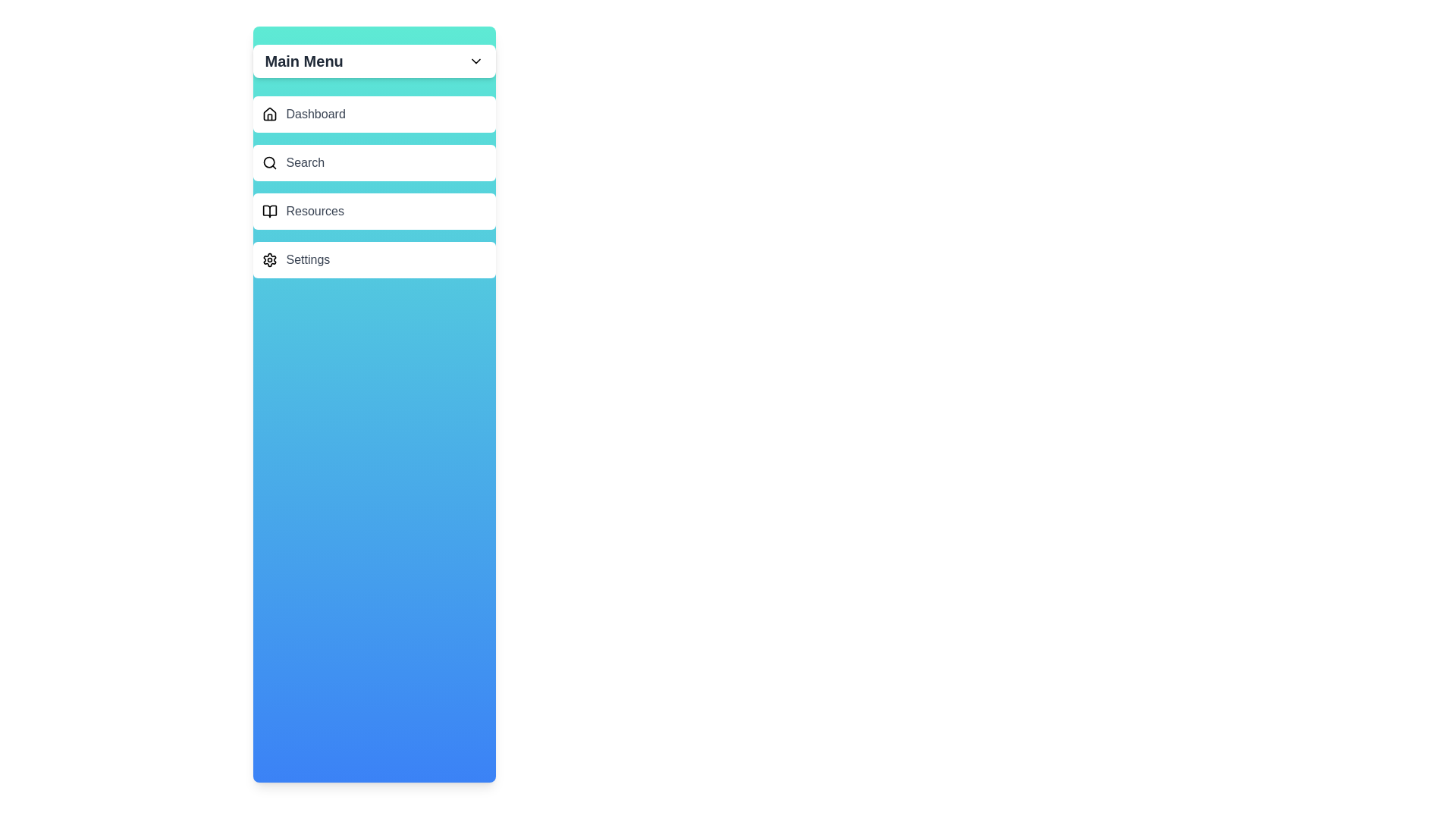 This screenshot has width=1456, height=819. I want to click on the menu item Dashboard to highlight it, so click(374, 113).